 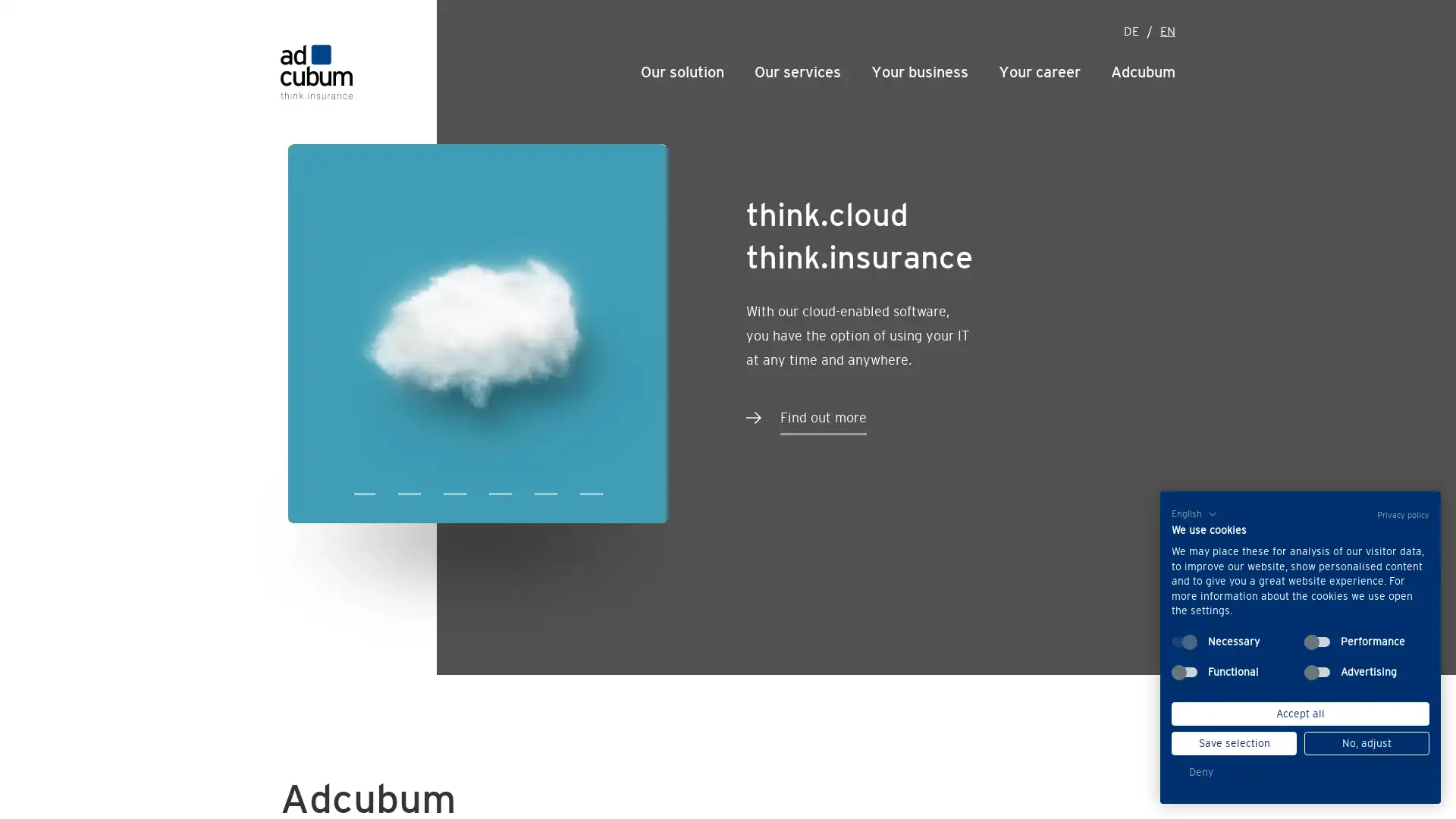 What do you see at coordinates (1367, 742) in the screenshot?
I see `No, adjust` at bounding box center [1367, 742].